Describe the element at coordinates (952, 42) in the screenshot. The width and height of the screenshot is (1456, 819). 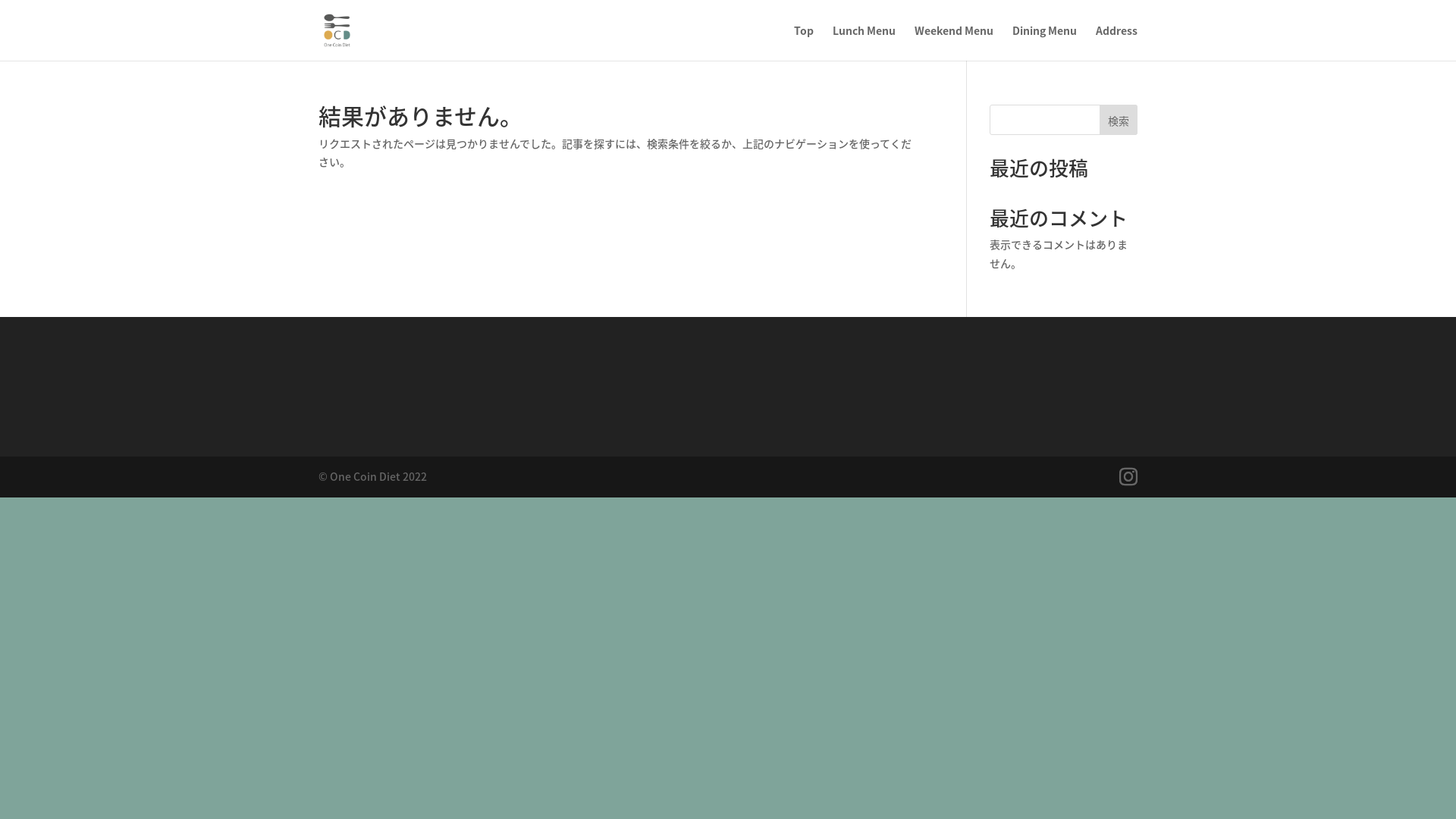
I see `'Weekend Menu'` at that location.